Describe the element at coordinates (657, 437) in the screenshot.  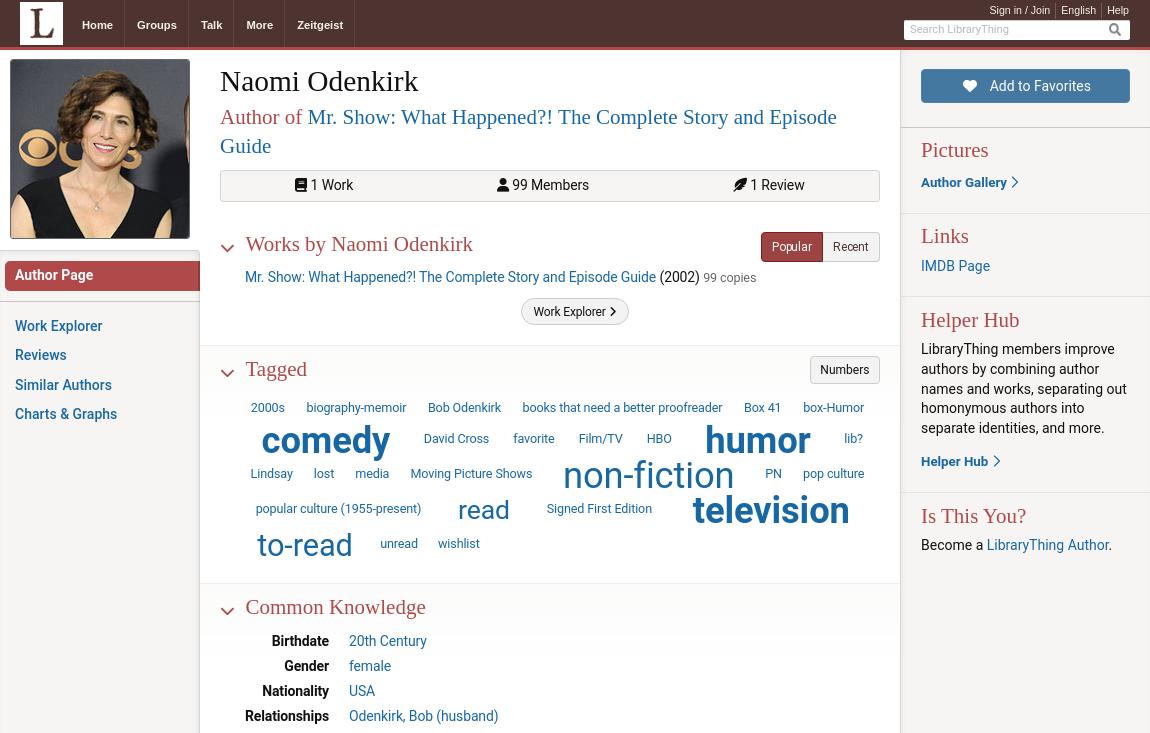
I see `'HBO'` at that location.